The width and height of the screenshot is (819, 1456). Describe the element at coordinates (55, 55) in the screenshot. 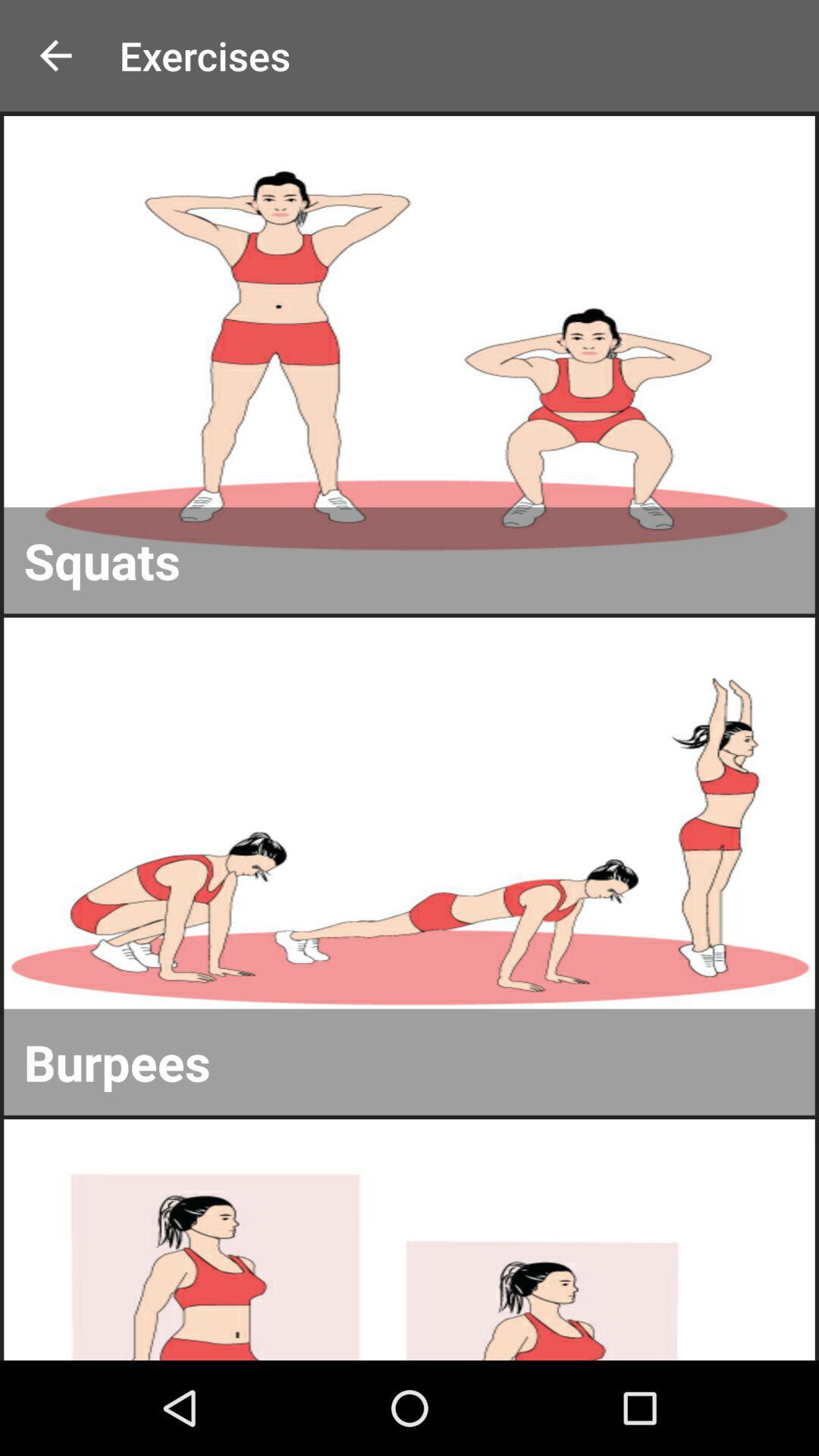

I see `the icon next to exercises` at that location.